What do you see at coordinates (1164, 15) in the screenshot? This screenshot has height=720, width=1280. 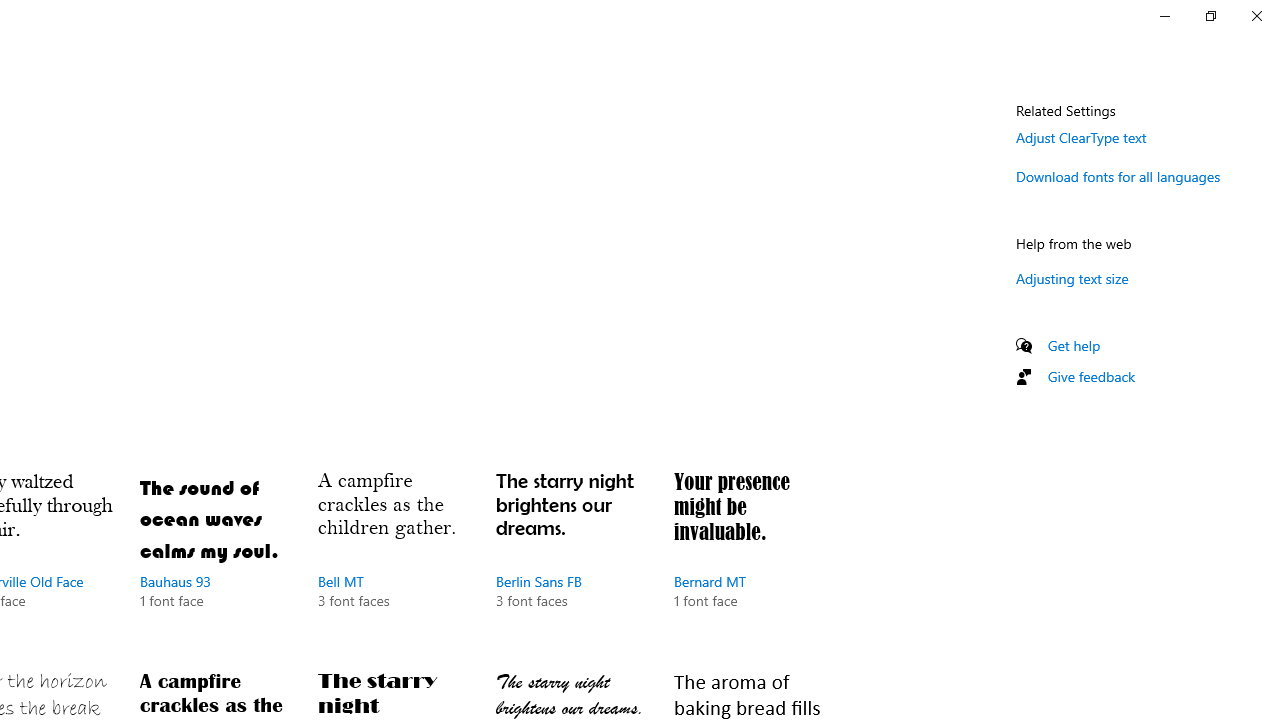 I see `'Minimize Settings'` at bounding box center [1164, 15].